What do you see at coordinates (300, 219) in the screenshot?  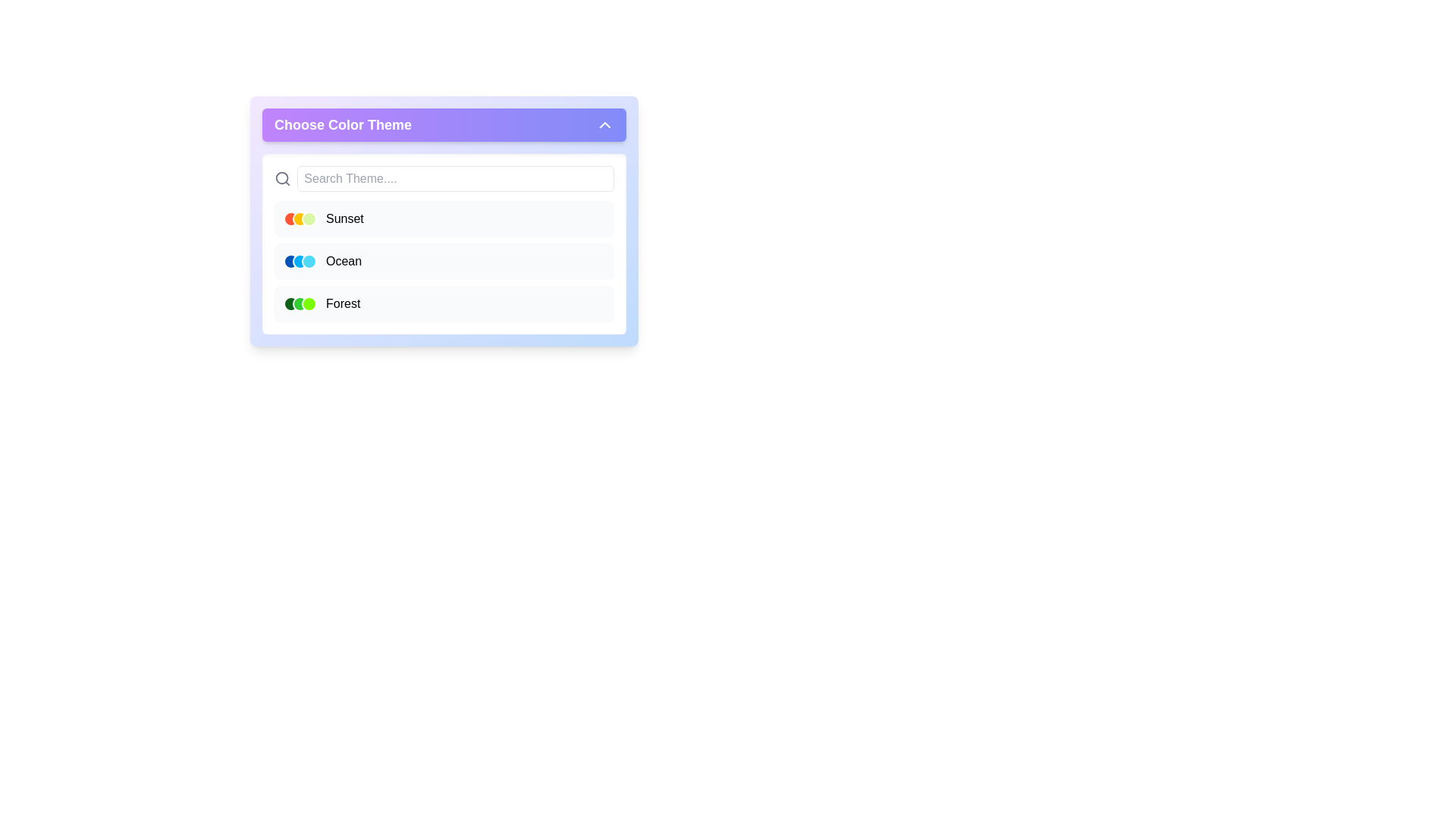 I see `the second circular color indicator with a yellow fill and white border, located beneath the 'Sunset' label in the color theme selection section` at bounding box center [300, 219].